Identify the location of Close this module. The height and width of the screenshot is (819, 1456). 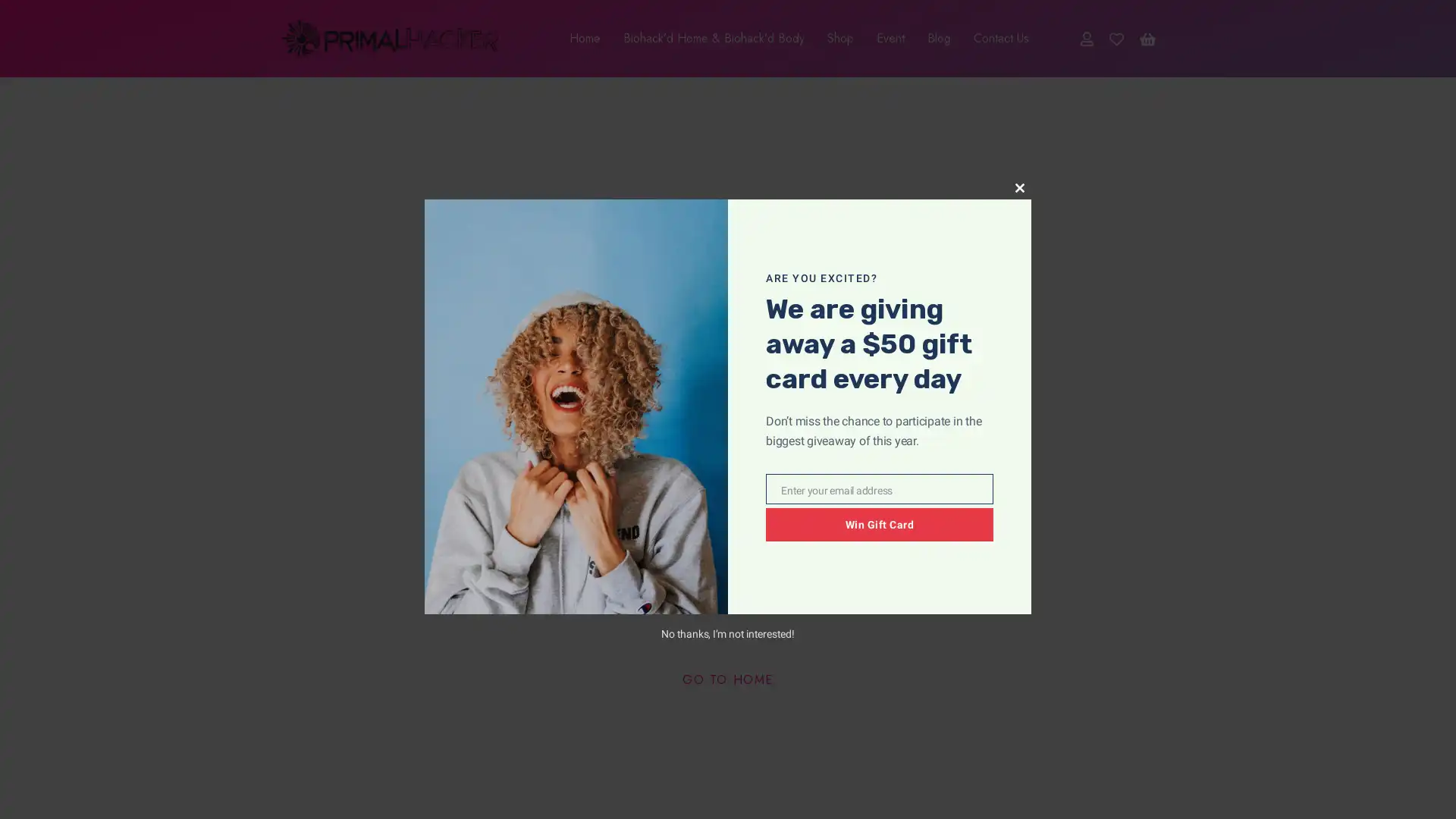
(1019, 187).